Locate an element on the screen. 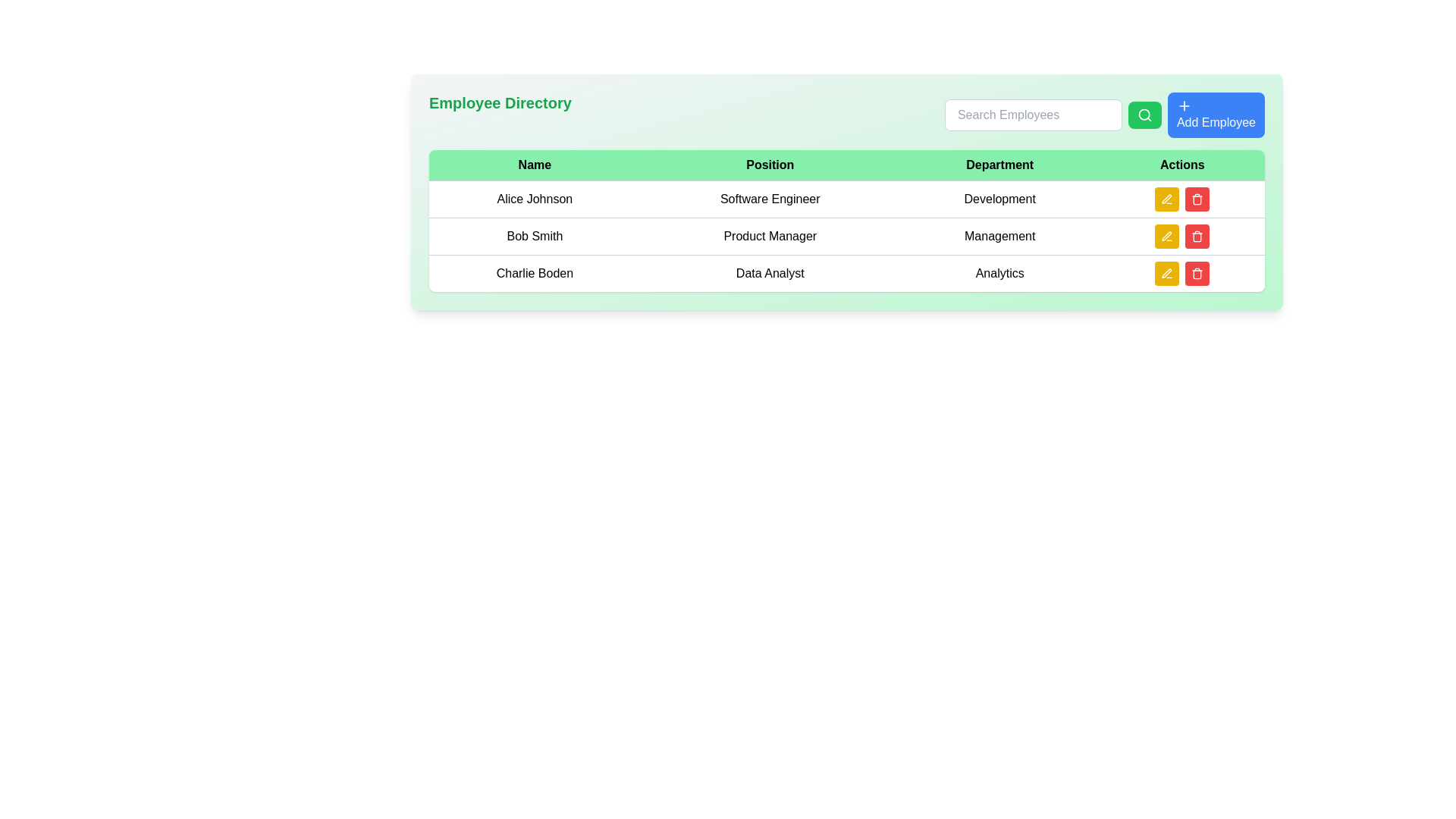  the yellow pen icon button in the 'Actions' column of the second row is located at coordinates (1166, 237).